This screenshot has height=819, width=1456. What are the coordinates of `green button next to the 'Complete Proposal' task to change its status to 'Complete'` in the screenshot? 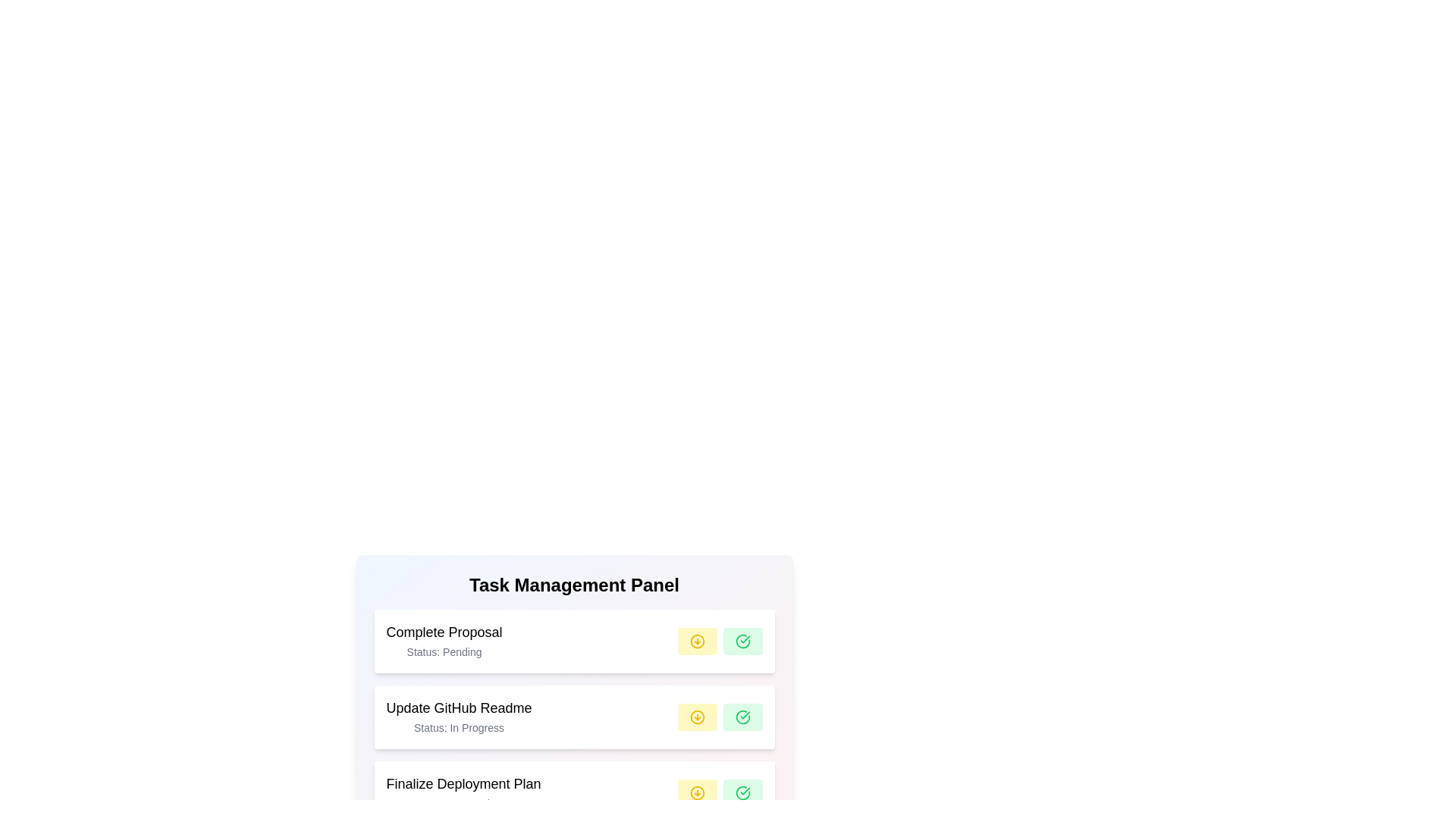 It's located at (742, 641).